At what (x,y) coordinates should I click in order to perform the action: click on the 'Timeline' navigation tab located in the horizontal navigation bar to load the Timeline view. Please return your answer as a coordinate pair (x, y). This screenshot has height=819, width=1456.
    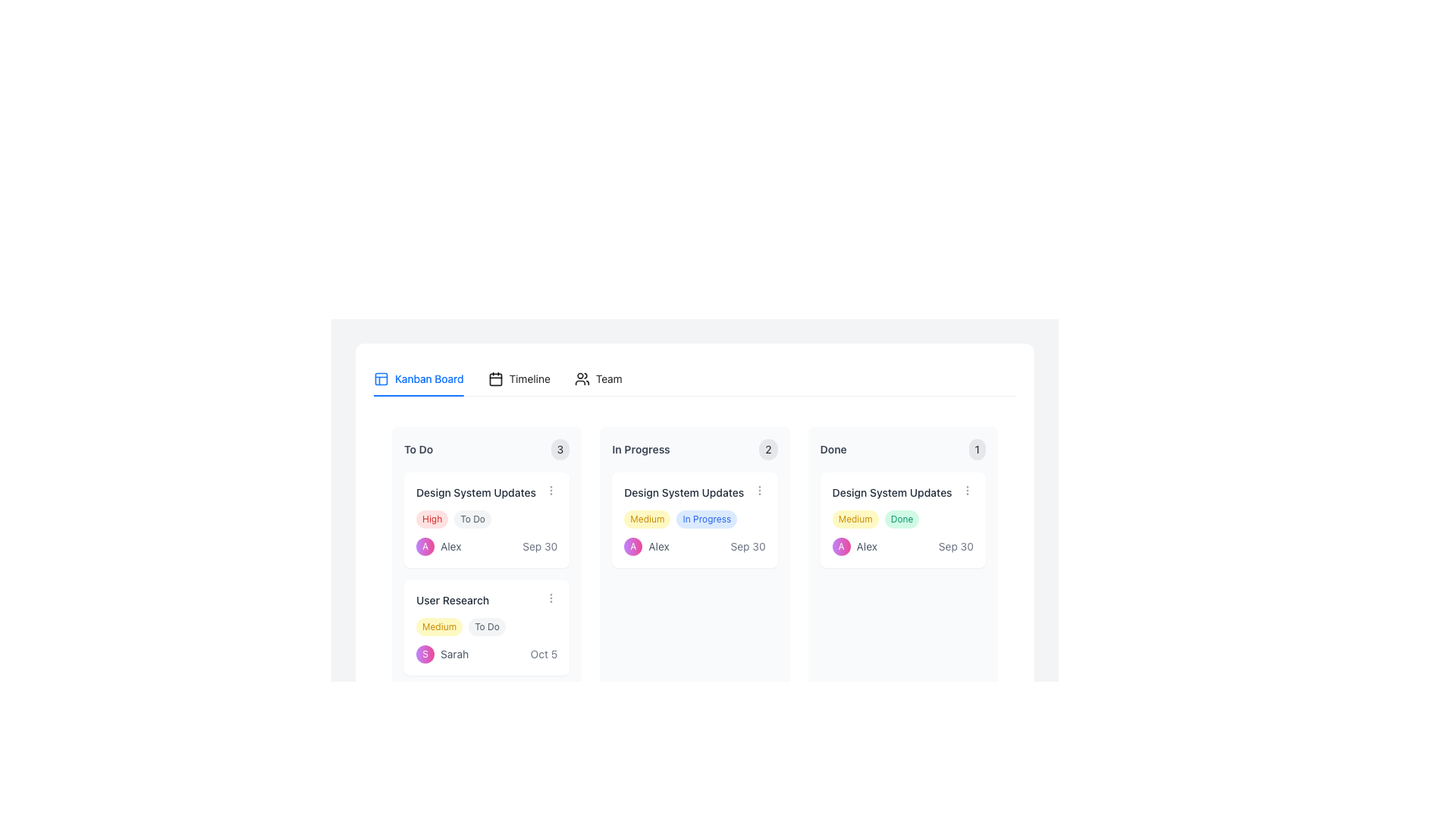
    Looking at the image, I should click on (497, 378).